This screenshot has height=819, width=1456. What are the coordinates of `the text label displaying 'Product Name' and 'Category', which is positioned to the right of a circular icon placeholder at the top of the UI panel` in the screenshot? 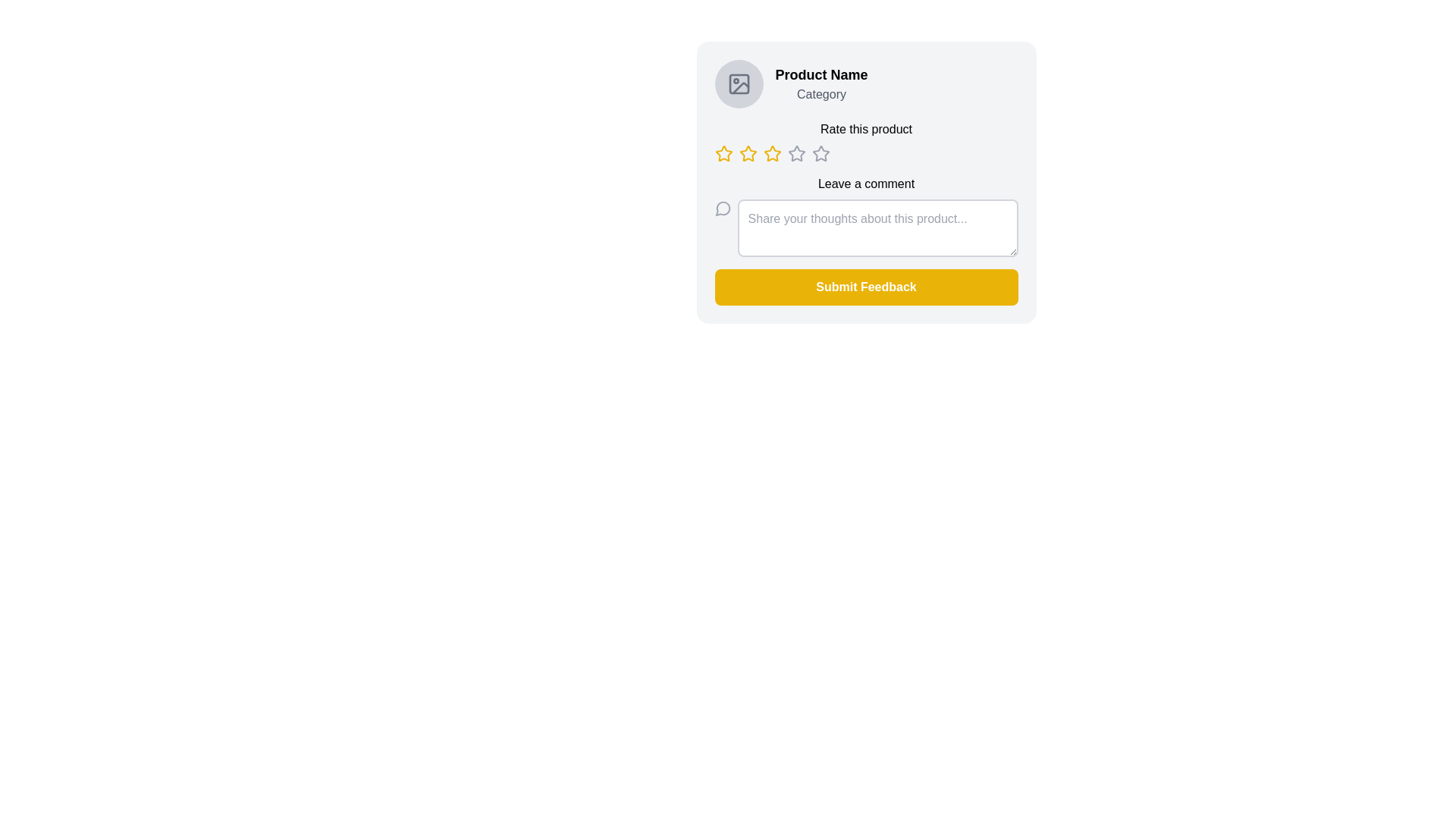 It's located at (821, 84).